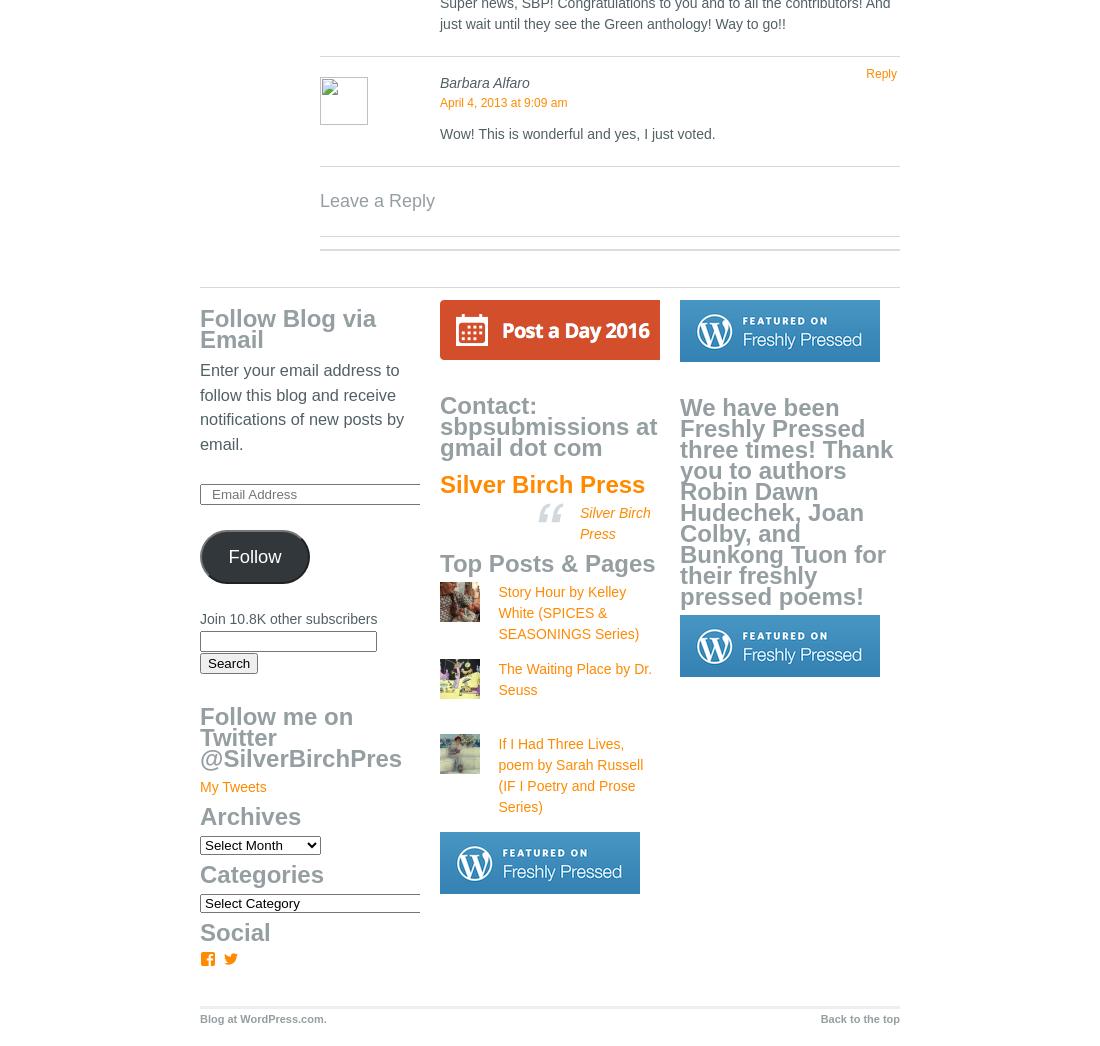  Describe the element at coordinates (573, 678) in the screenshot. I see `'The Waiting Place by Dr. Seuss'` at that location.